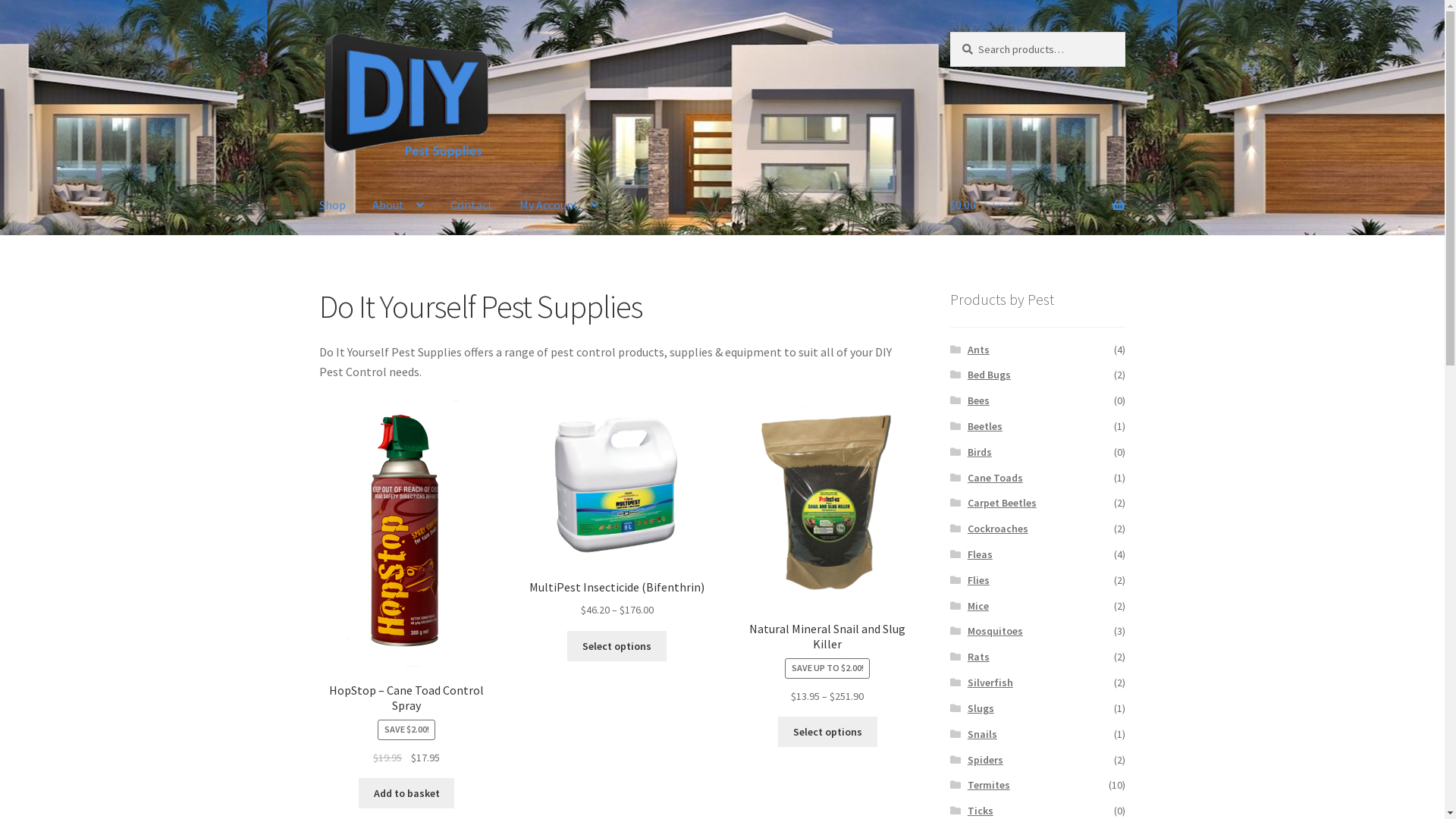 This screenshot has height=819, width=1456. I want to click on 'Mice', so click(967, 604).